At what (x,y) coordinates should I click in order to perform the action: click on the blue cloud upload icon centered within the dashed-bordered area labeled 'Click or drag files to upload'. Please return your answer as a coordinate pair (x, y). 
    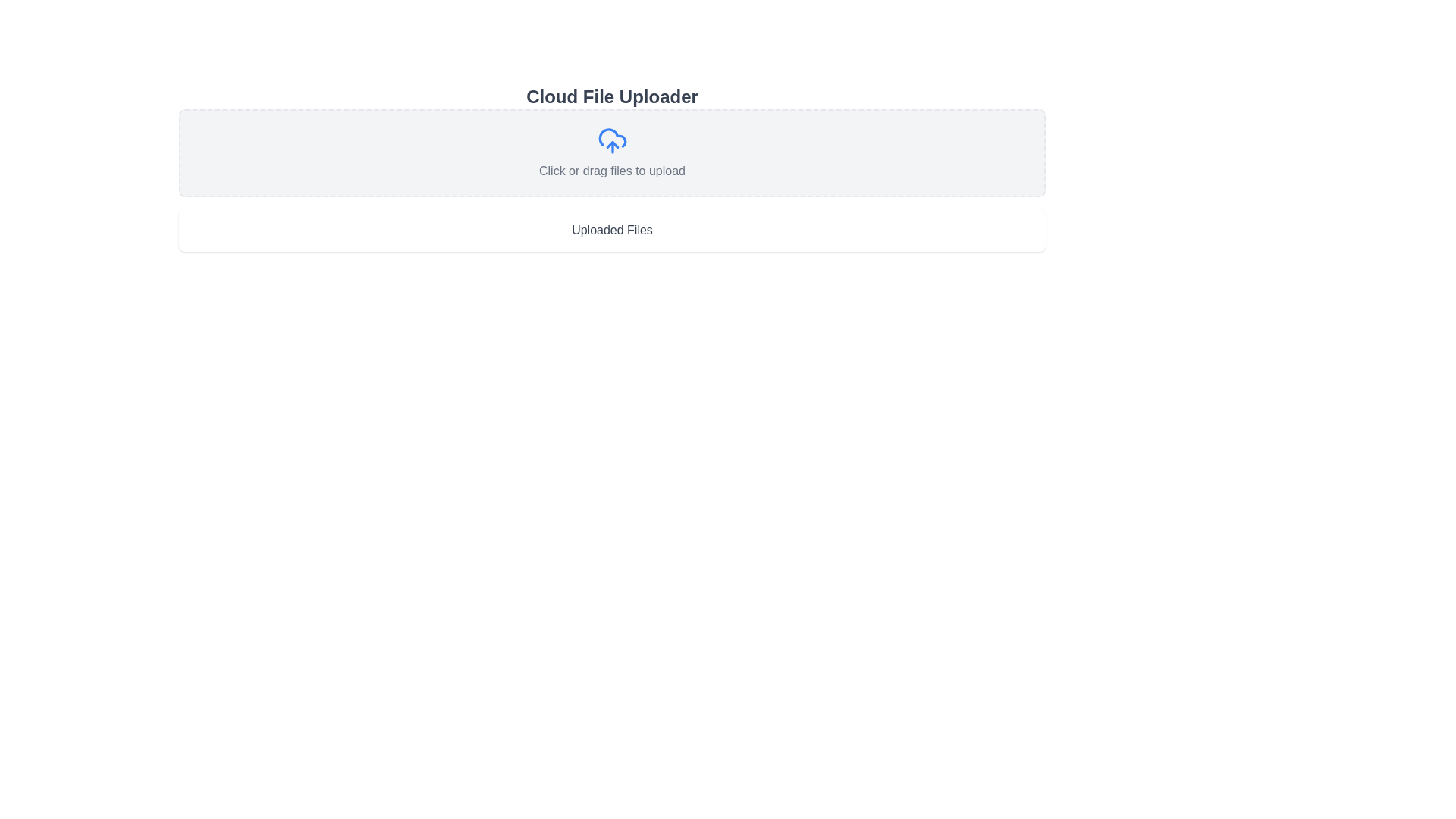
    Looking at the image, I should click on (612, 140).